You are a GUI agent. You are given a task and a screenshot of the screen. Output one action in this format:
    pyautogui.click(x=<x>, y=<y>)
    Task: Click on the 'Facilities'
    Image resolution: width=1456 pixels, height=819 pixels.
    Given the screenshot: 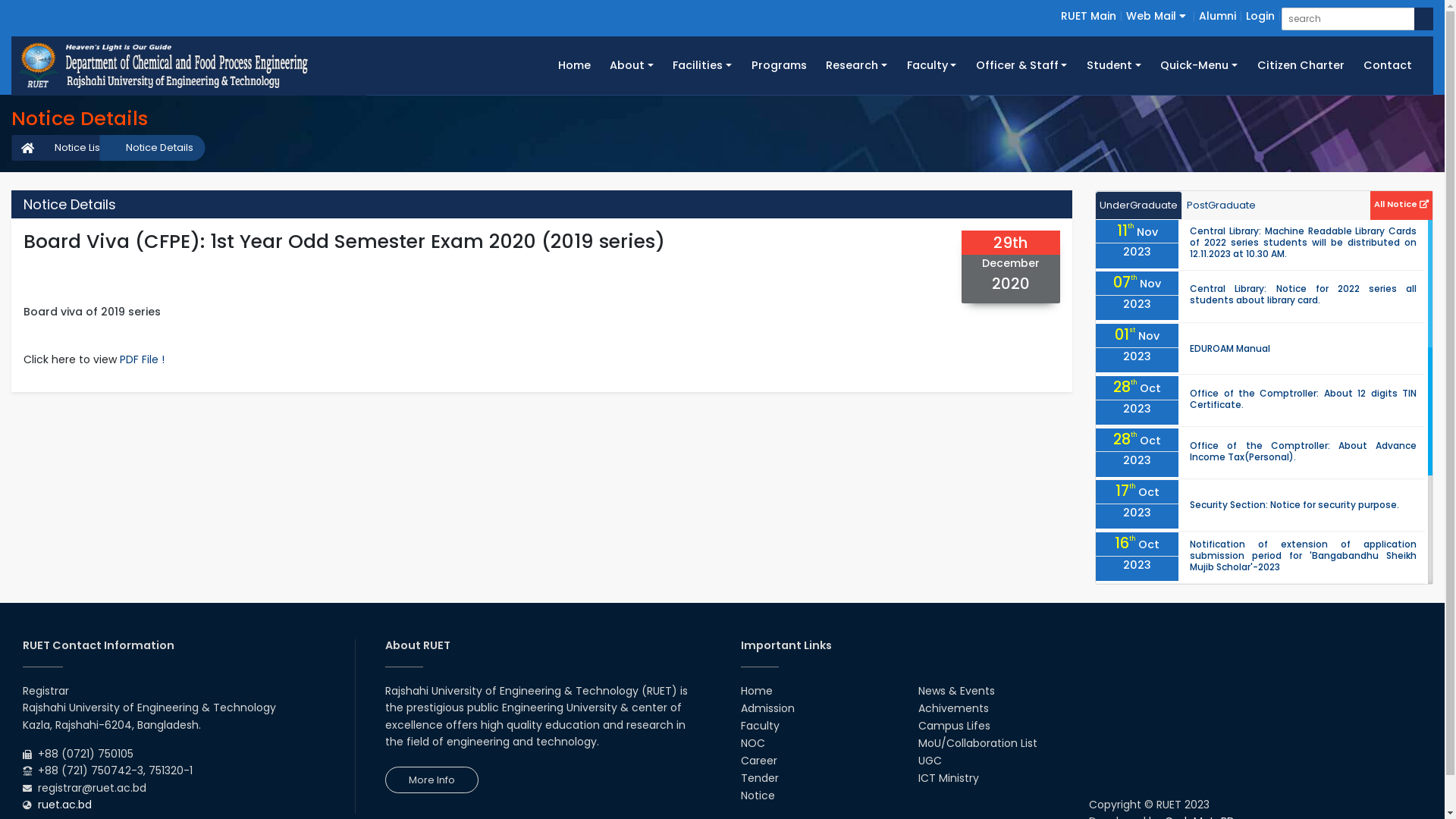 What is the action you would take?
    pyautogui.click(x=701, y=64)
    